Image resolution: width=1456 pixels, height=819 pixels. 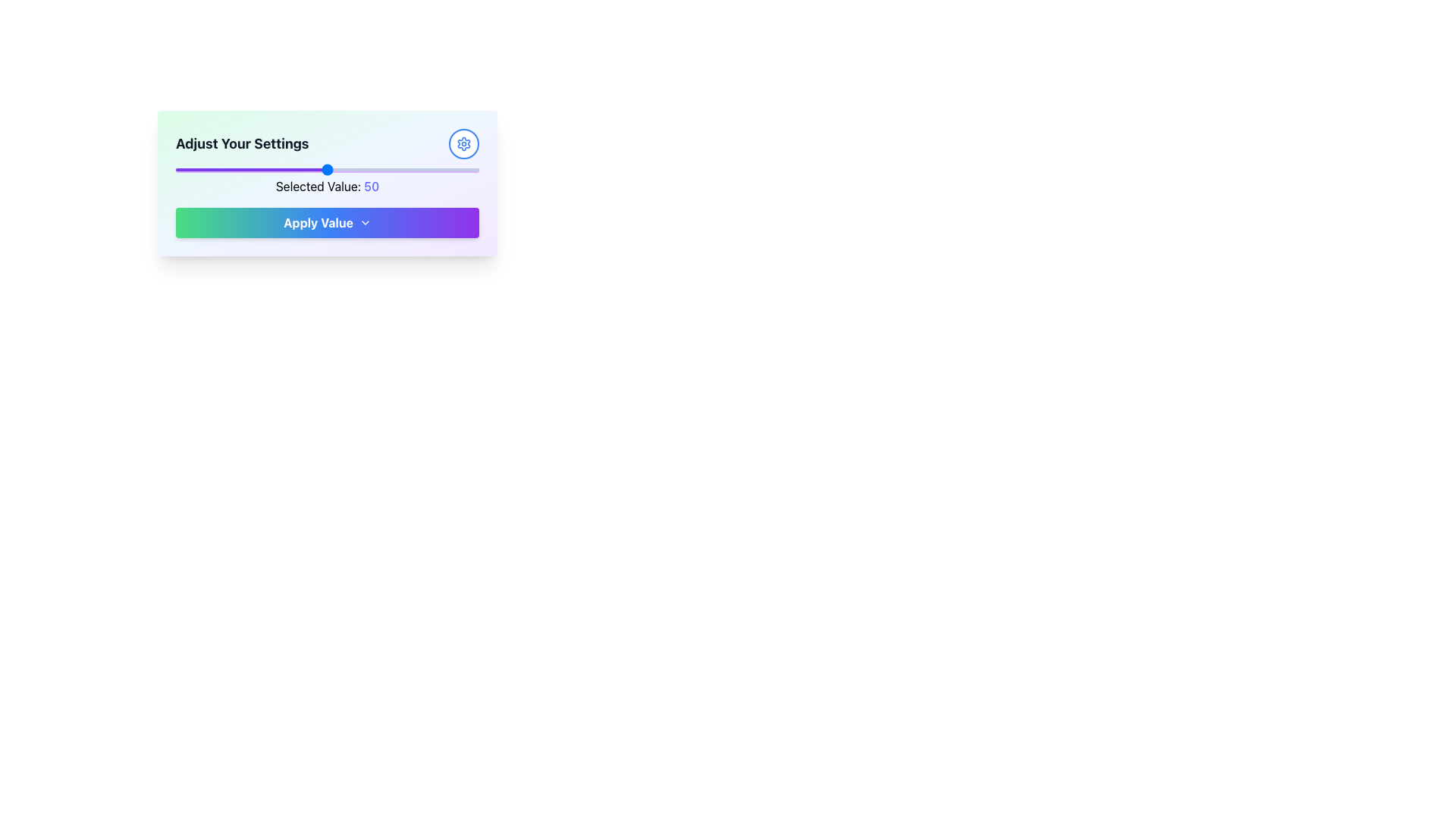 What do you see at coordinates (327, 186) in the screenshot?
I see `the static text display that shows 'Selected Value: 50' with indigo emphasis, located below the progress bar and above the 'Apply Value' button in the 'Adjust Your Settings' interface box` at bounding box center [327, 186].